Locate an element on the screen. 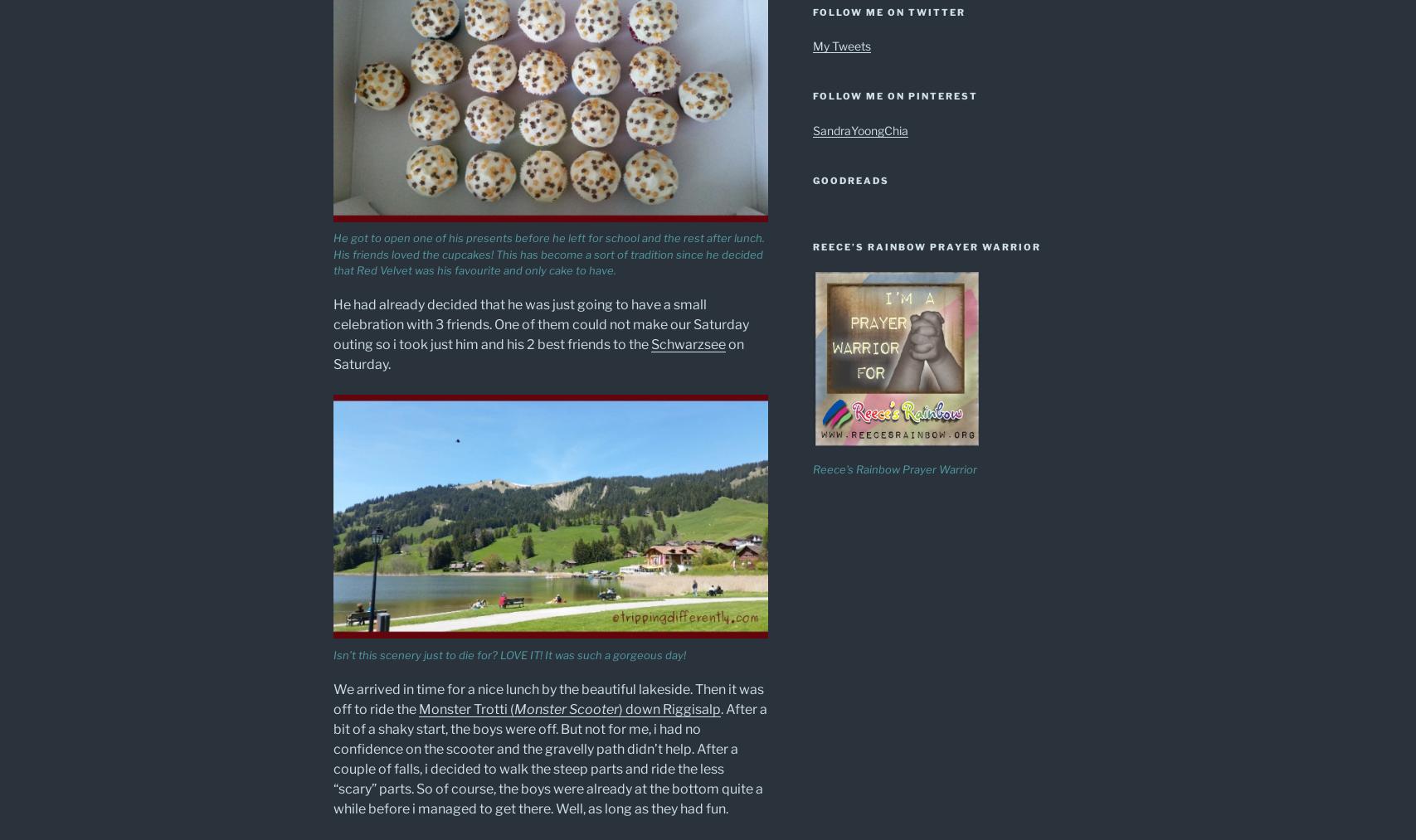  'Reece's Rainbow Prayer Warrior' is located at coordinates (811, 469).